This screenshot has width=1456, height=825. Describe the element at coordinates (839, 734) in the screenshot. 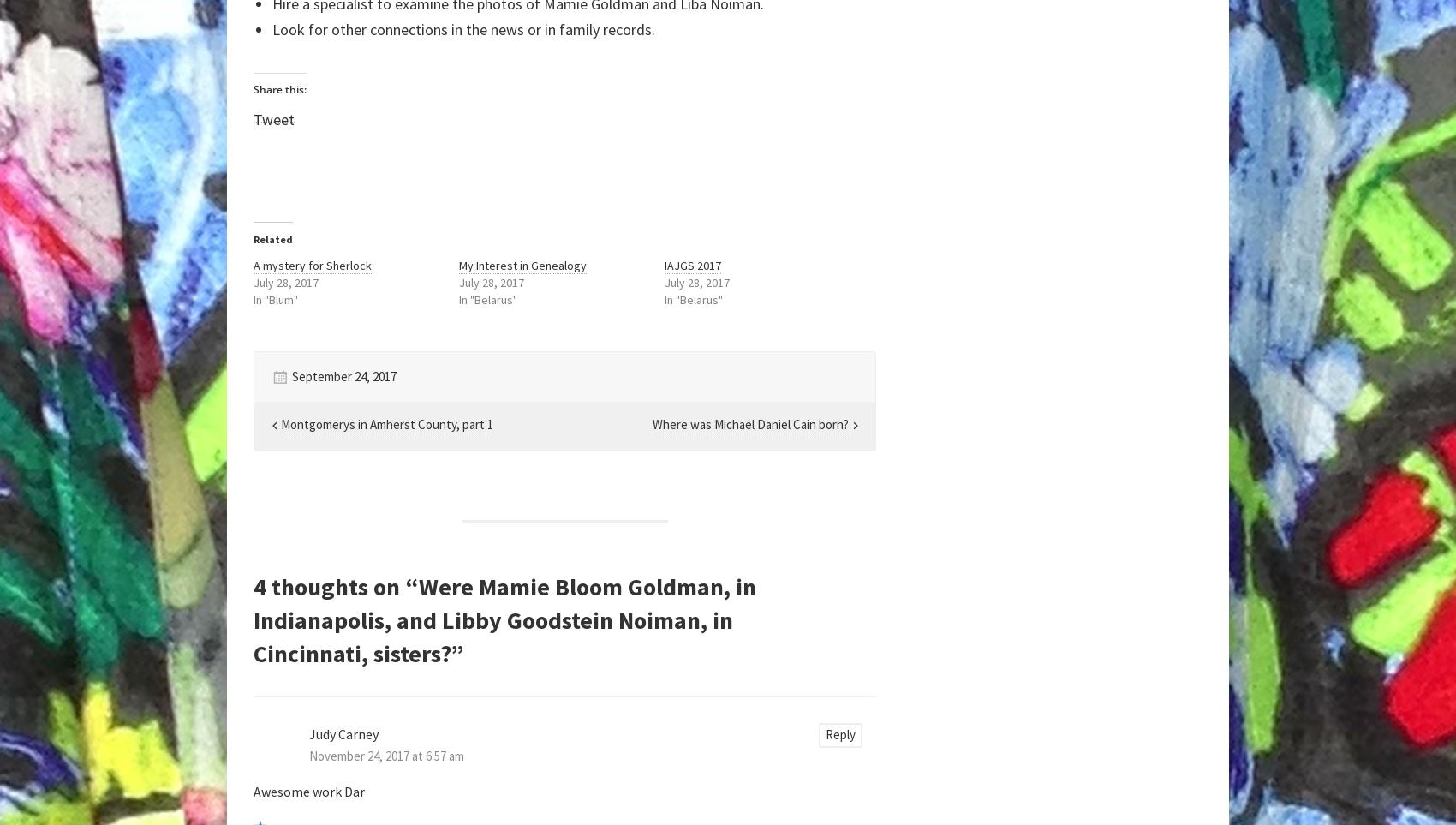

I see `'Reply'` at that location.